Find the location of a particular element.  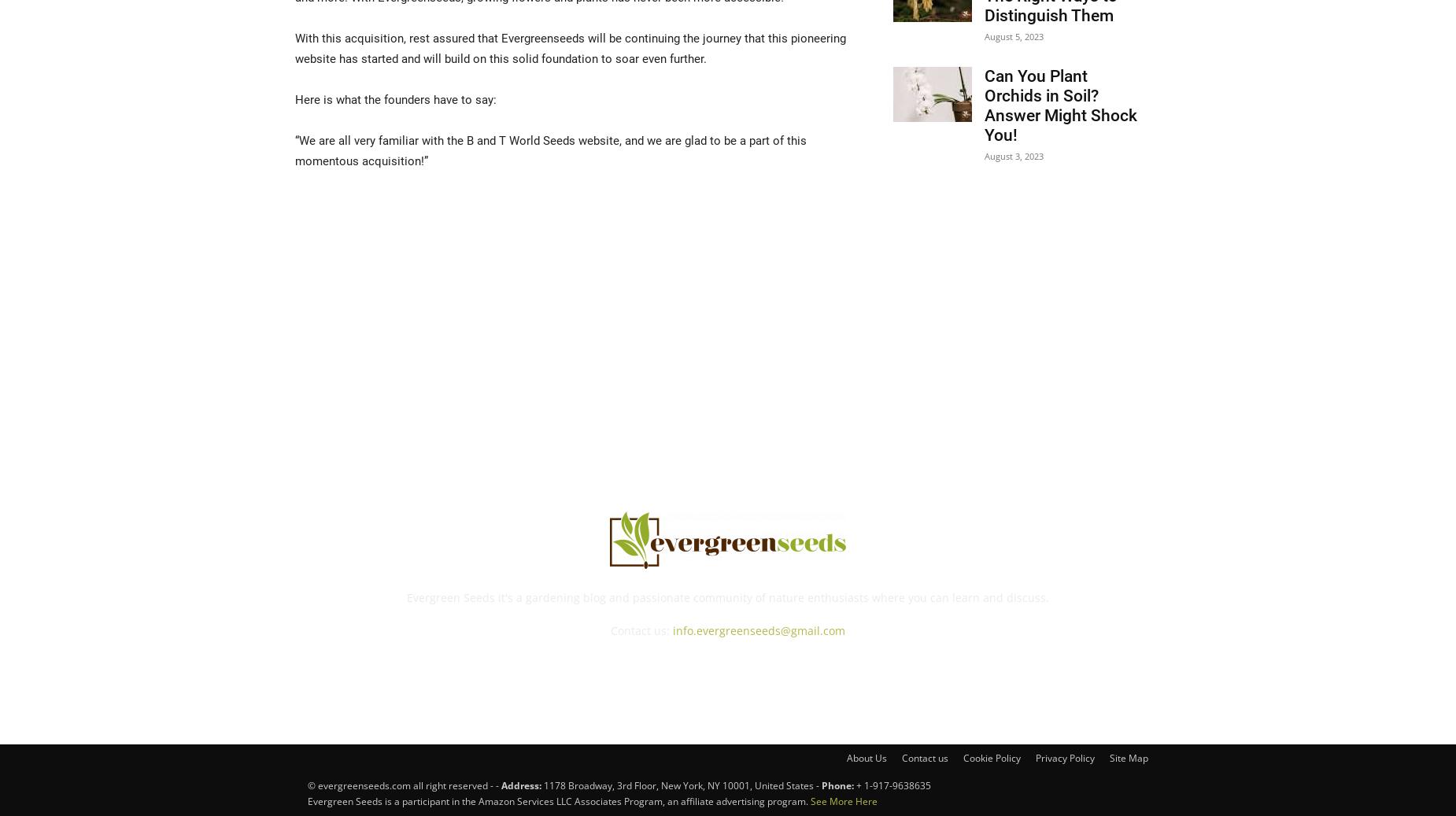

'Contact us:' is located at coordinates (641, 630).